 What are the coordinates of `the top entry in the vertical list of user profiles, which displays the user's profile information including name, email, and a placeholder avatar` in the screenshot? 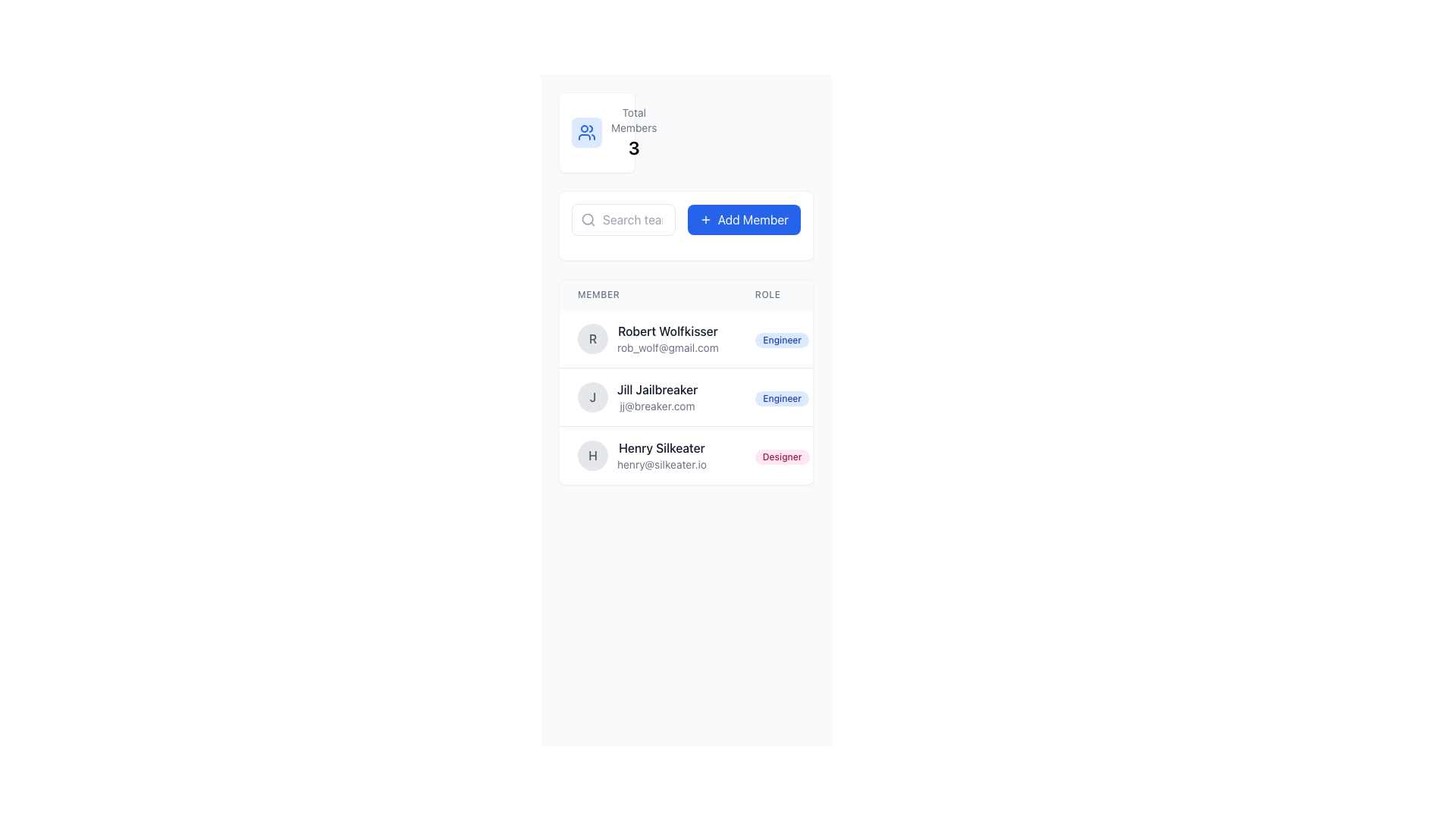 It's located at (648, 338).